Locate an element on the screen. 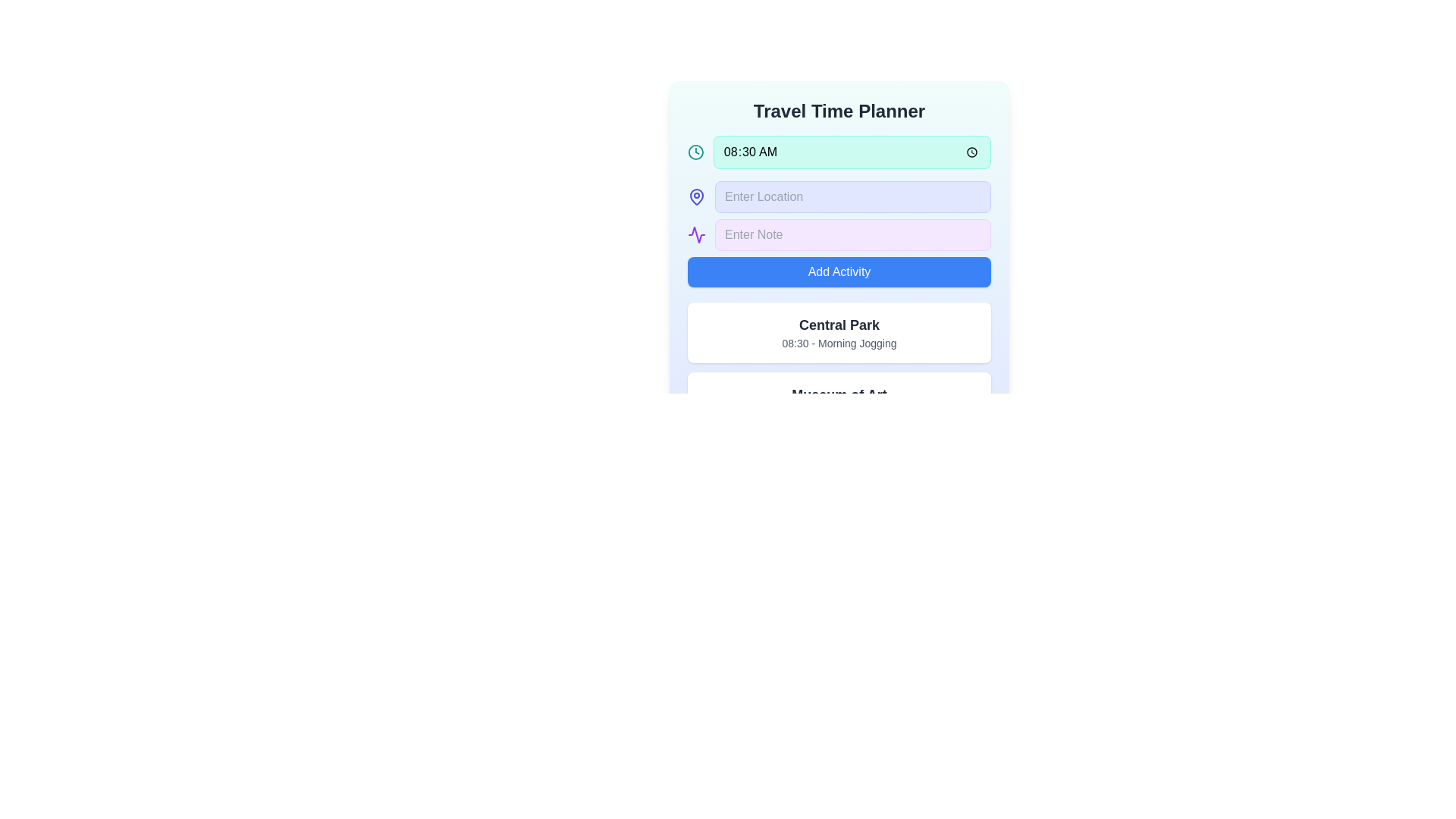  the Time picker display field, which has a light teal background and shows the time '08:30 AM' in the center is located at coordinates (839, 152).